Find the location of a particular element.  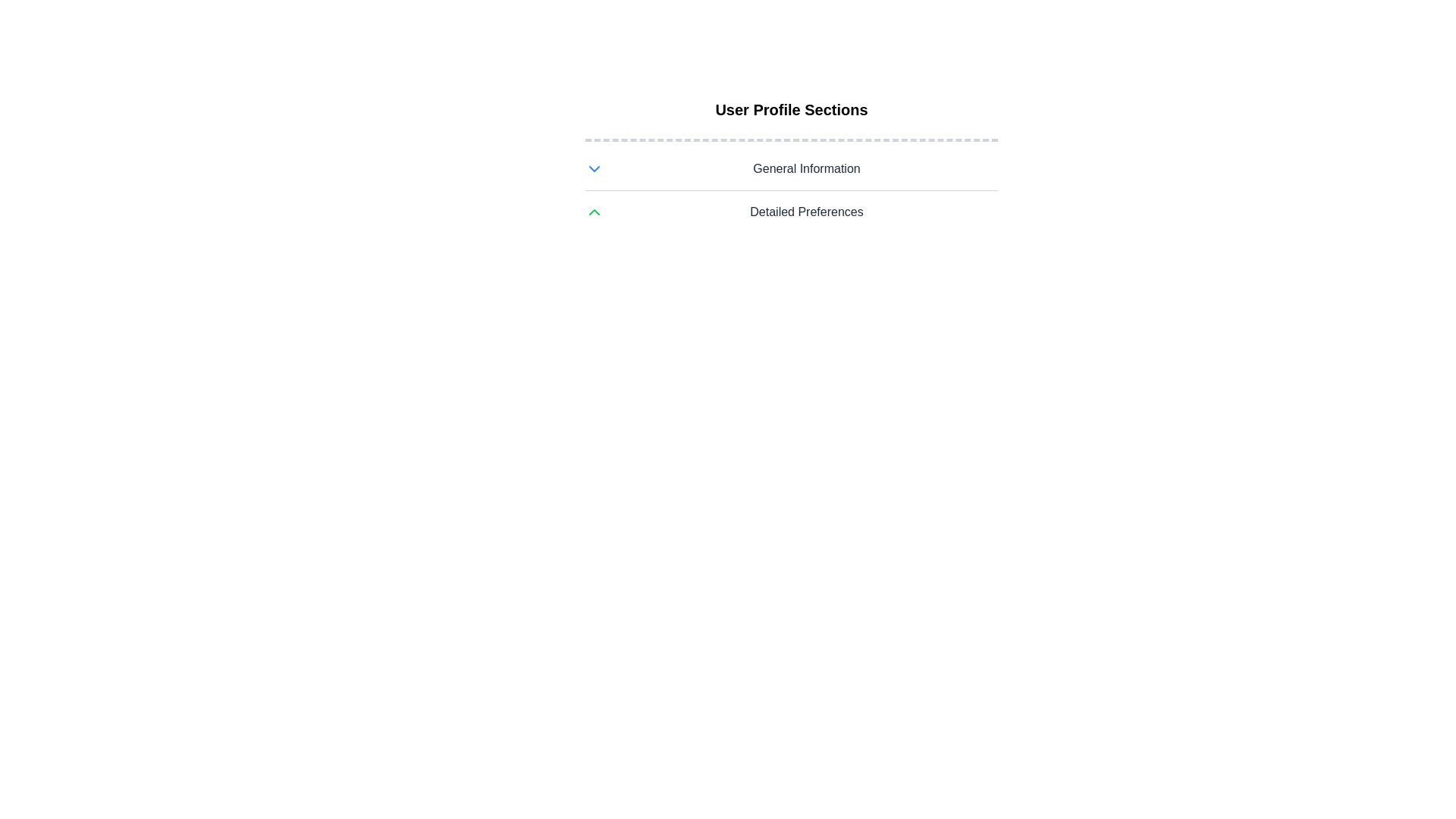

the 'Detailed Preferences' text label which is styled in gray with a bold font, located centrally below the 'General Information' label and accompanied by an upward green arrow icon to its left is located at coordinates (806, 212).